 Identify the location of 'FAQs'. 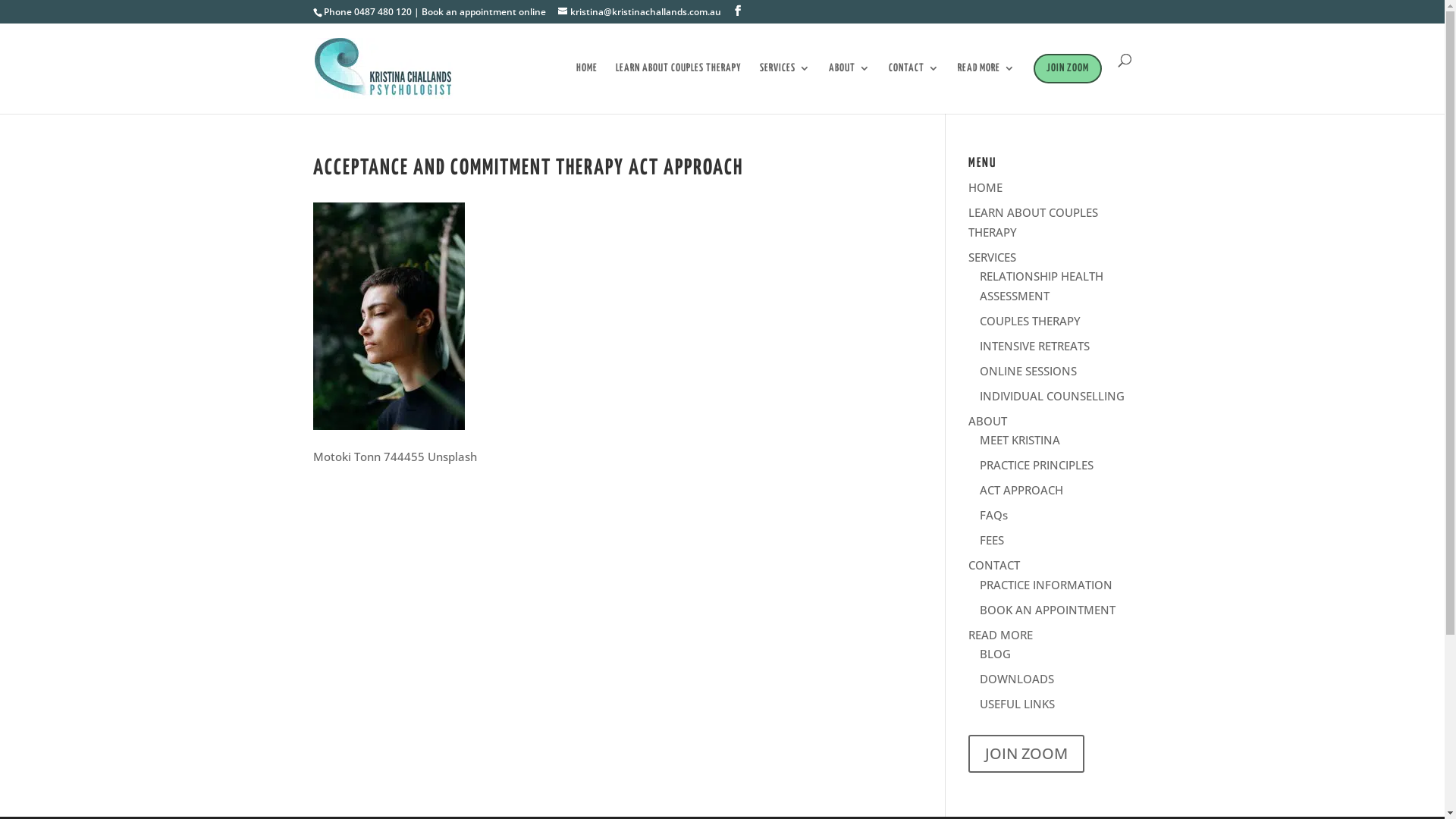
(993, 513).